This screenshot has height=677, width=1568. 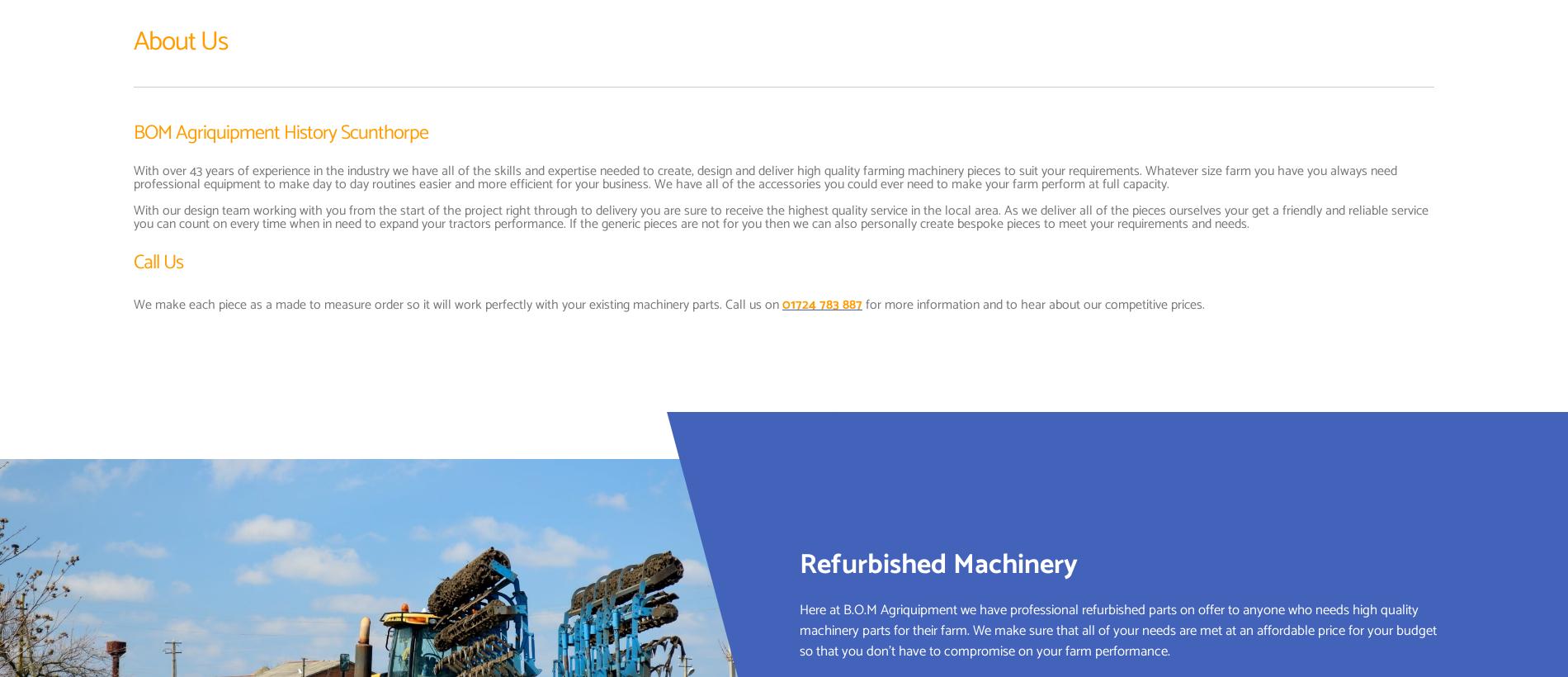 I want to click on 'With our design team working with you from the start of the project right through to delivery you are sure to receive the highest quality service in the local area. As we
deliver all of the pieces ourselves your get a friendly and reliable service you can count on every time when in need to expand your tractors performance. If the generic pieces are not for you then we can also personally create bespoke pieces to meet your requirements and needs.', so click(x=780, y=216).